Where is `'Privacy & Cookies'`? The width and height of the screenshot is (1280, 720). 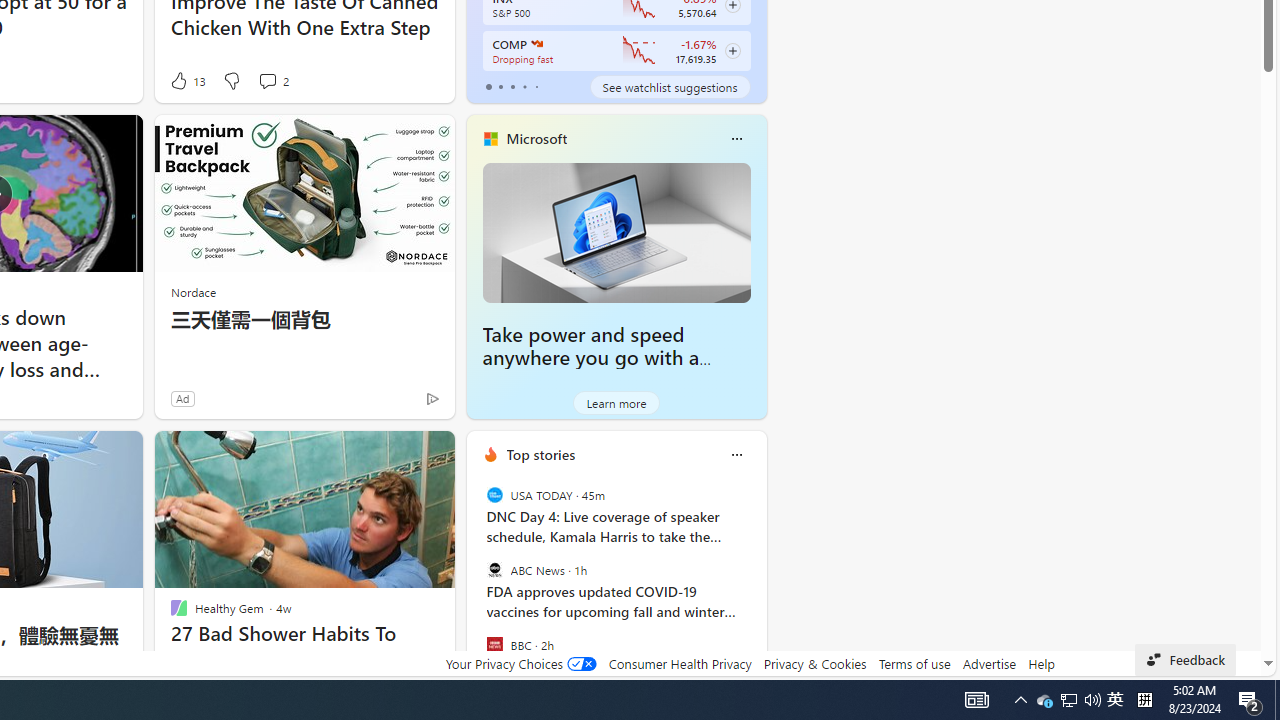
'Privacy & Cookies' is located at coordinates (814, 663).